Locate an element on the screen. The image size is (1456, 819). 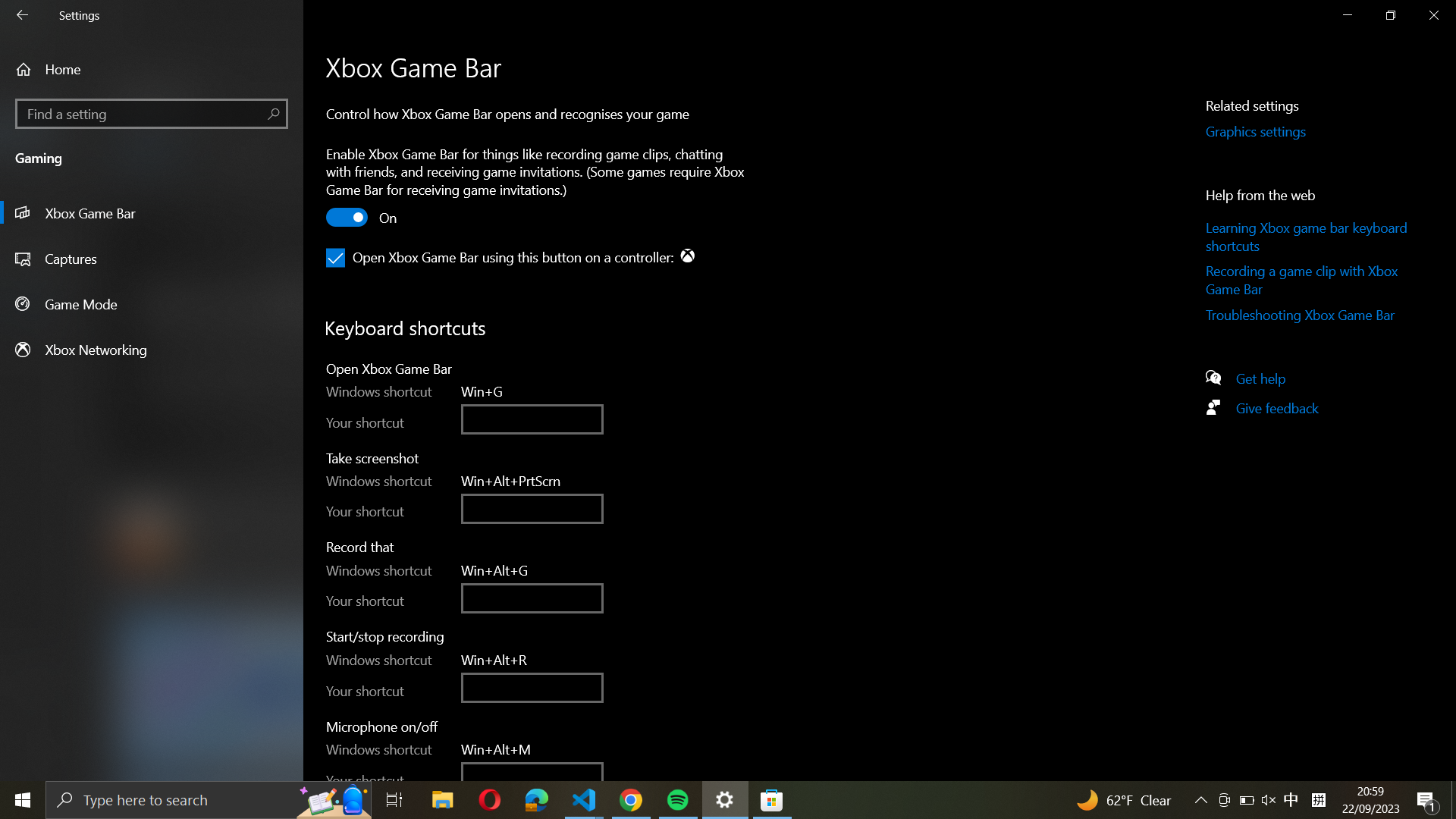
Activate the Xbox Networking settings by clicking on the designated area in the left side of the screen is located at coordinates (152, 349).